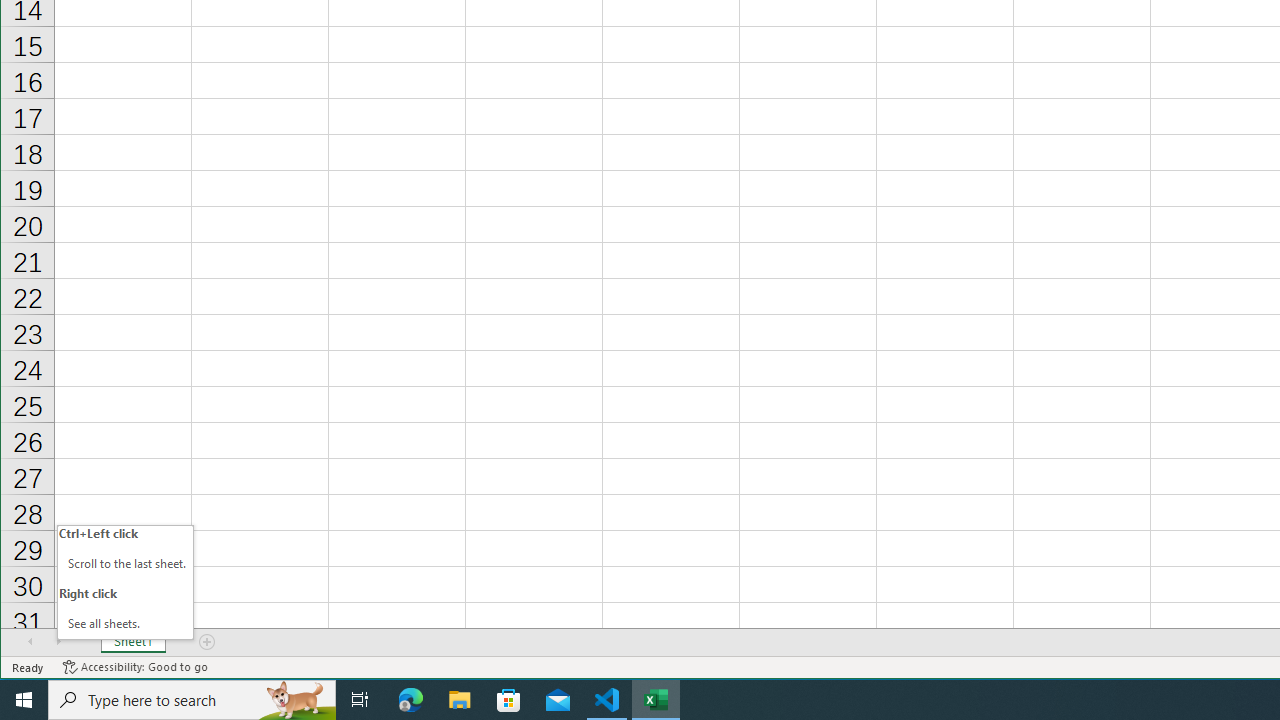 The width and height of the screenshot is (1280, 720). I want to click on 'Type here to search', so click(192, 698).